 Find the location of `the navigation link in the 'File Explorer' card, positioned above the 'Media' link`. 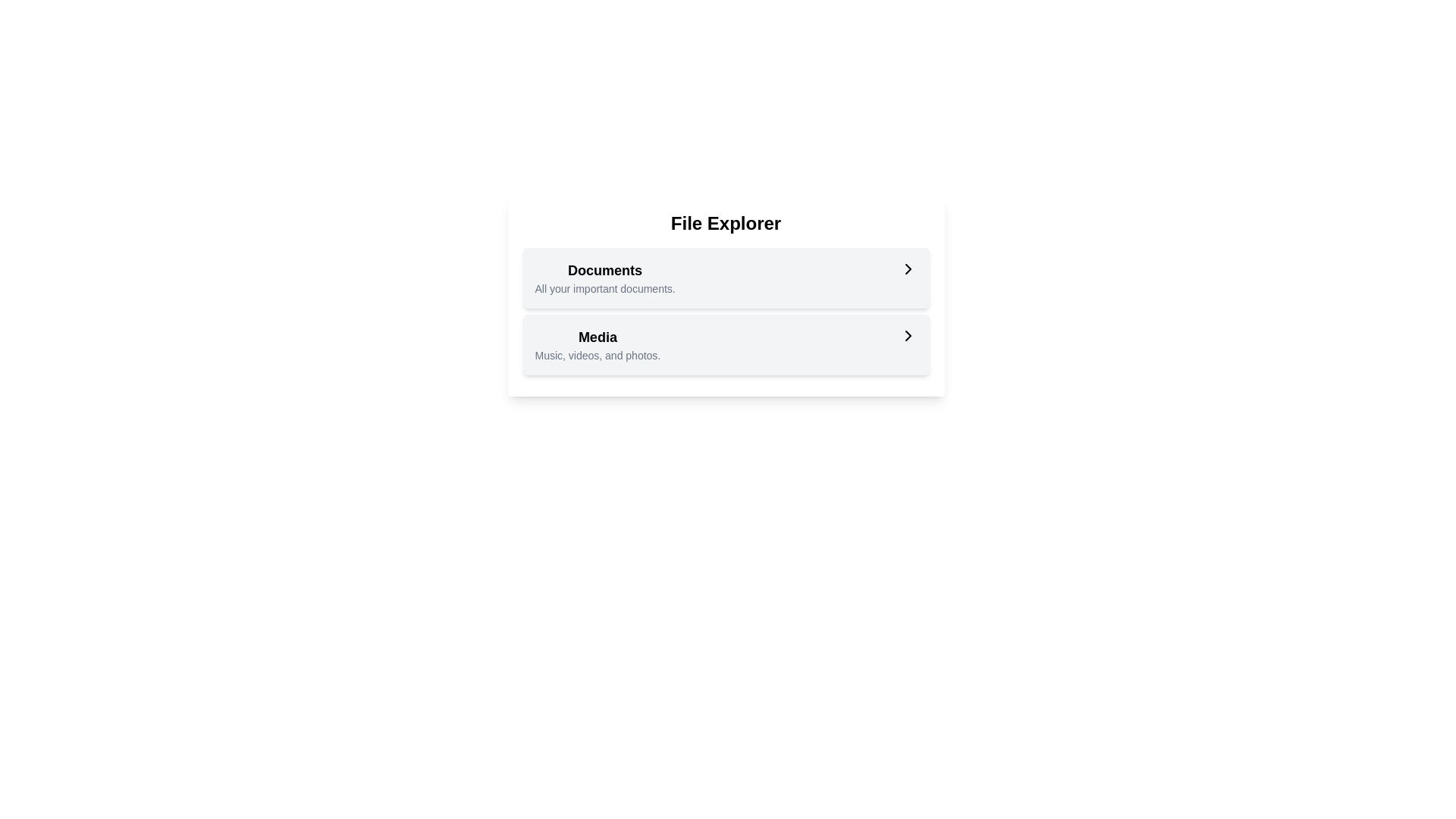

the navigation link in the 'File Explorer' card, positioned above the 'Media' link is located at coordinates (725, 278).